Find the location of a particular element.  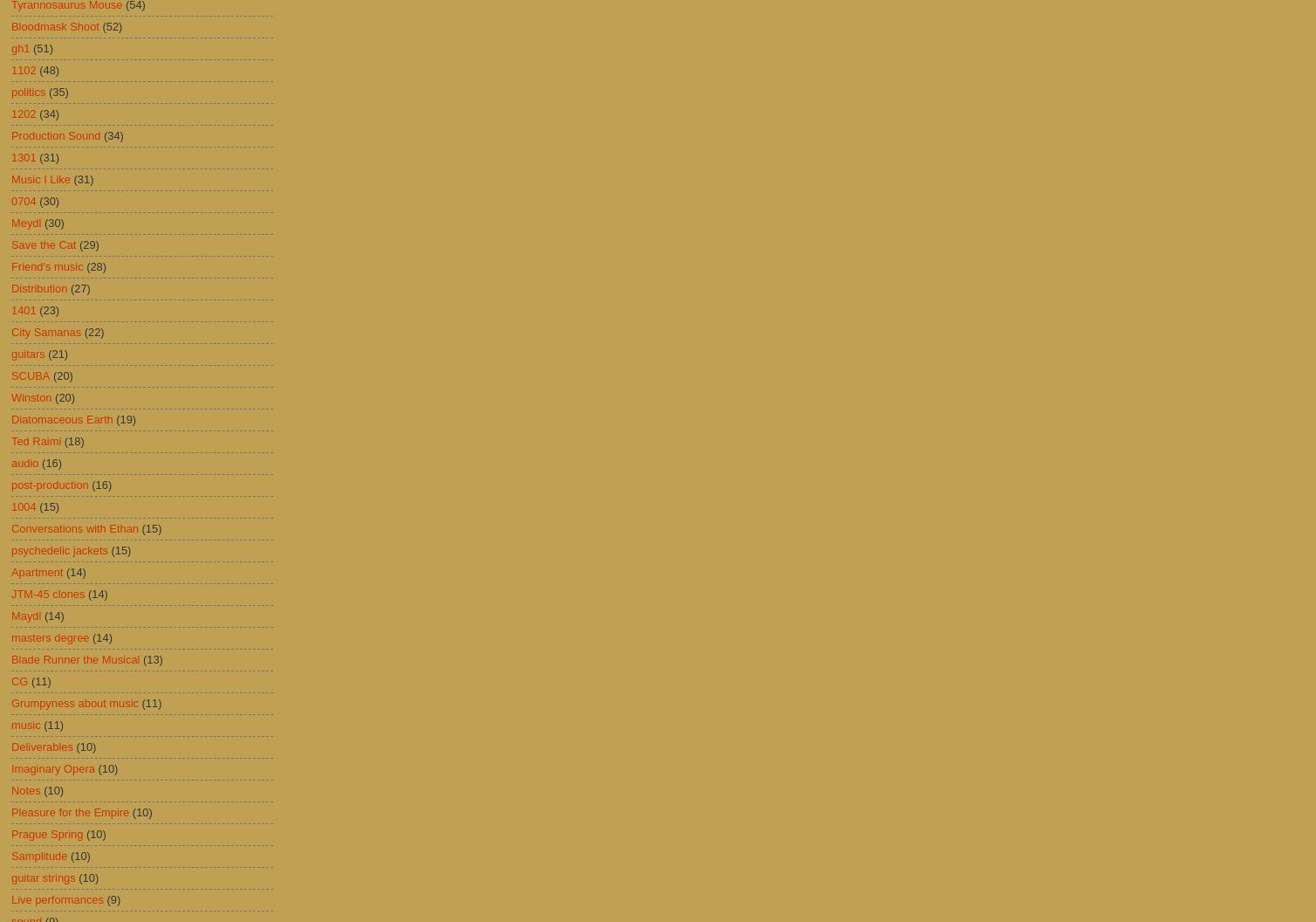

'1004' is located at coordinates (23, 506).